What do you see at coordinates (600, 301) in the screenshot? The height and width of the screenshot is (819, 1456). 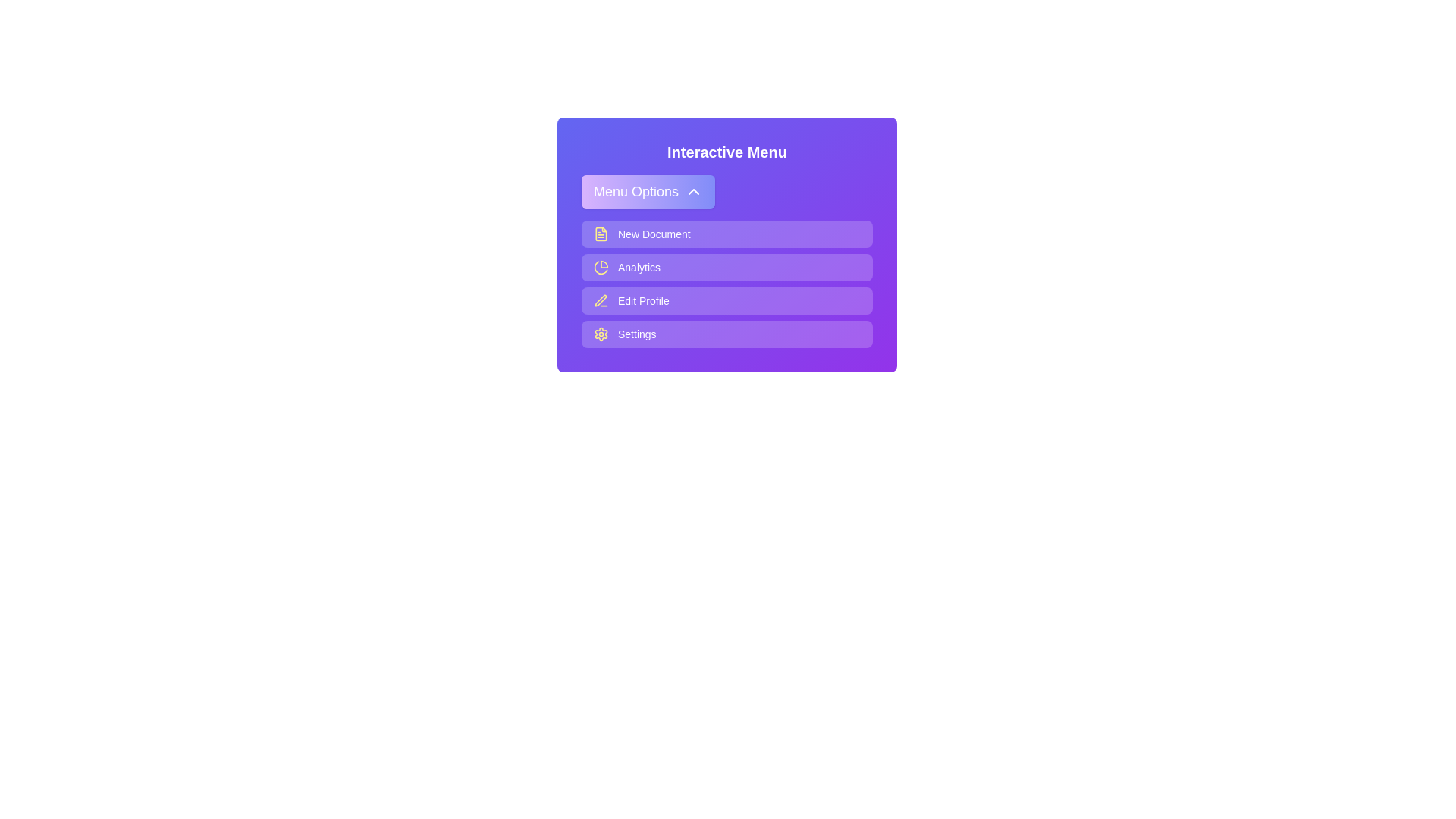 I see `the yellow pen icon located to the left of the 'Edit Profile' text in the interactive menu` at bounding box center [600, 301].